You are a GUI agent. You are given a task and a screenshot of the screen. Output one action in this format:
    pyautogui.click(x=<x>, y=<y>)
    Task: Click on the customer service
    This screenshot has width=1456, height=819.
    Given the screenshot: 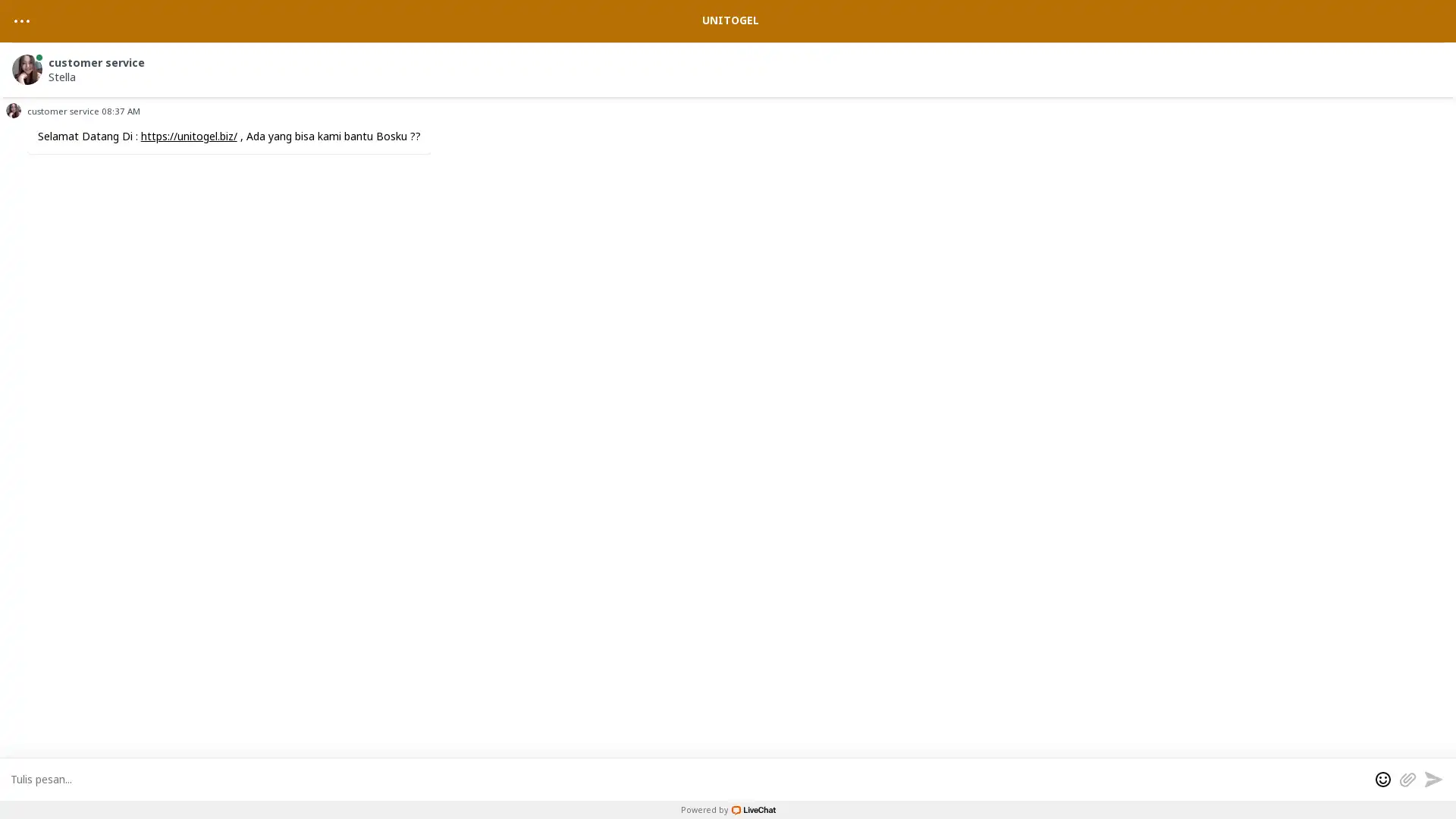 What is the action you would take?
    pyautogui.click(x=730, y=66)
    